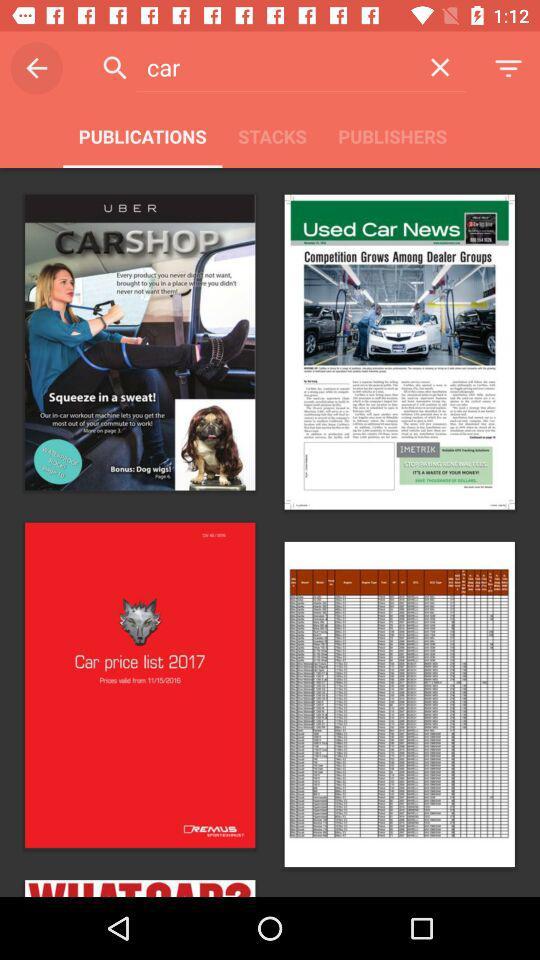 The image size is (540, 960). I want to click on the first image, so click(139, 343).